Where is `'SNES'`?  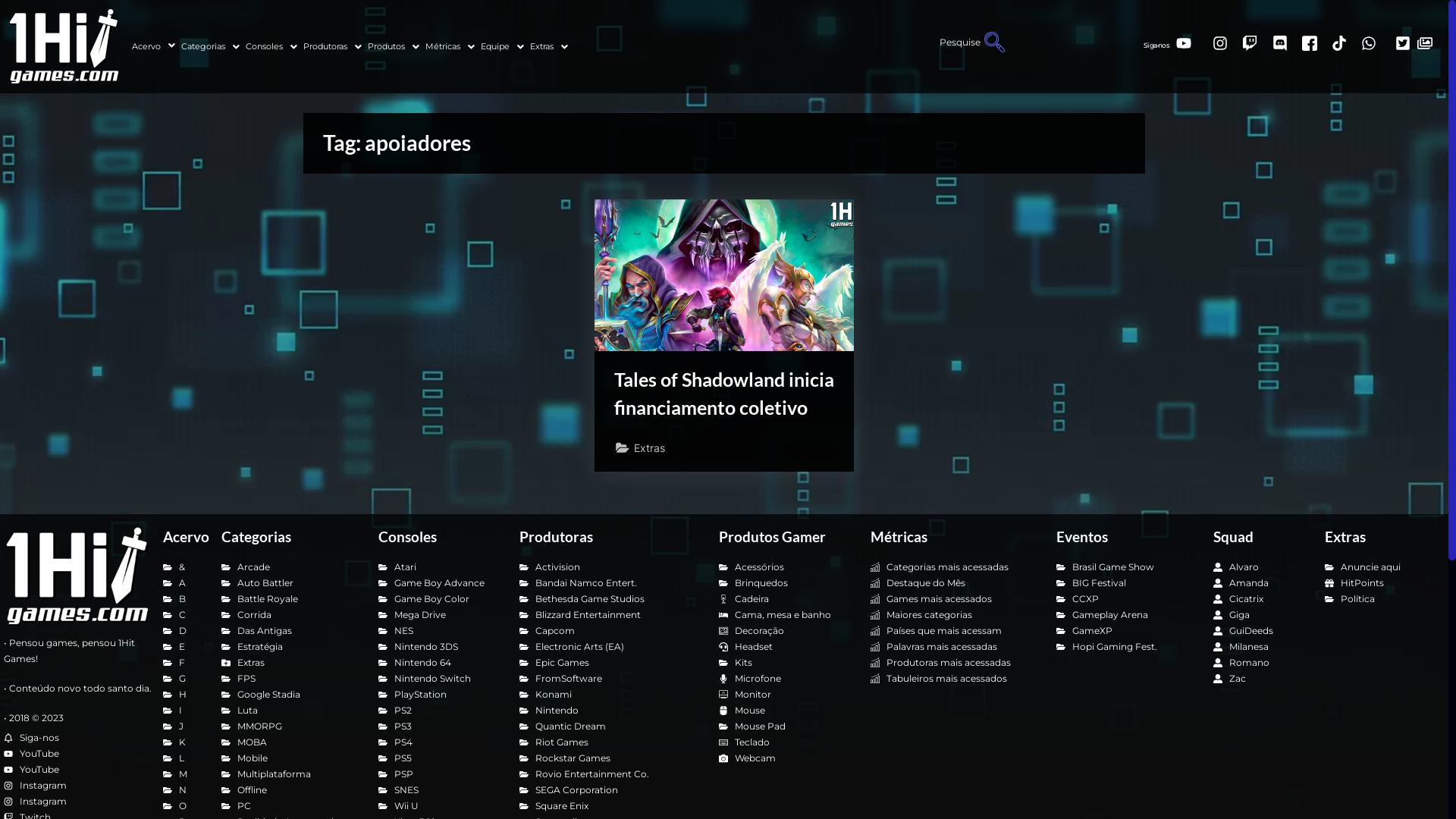
'SNES' is located at coordinates (378, 789).